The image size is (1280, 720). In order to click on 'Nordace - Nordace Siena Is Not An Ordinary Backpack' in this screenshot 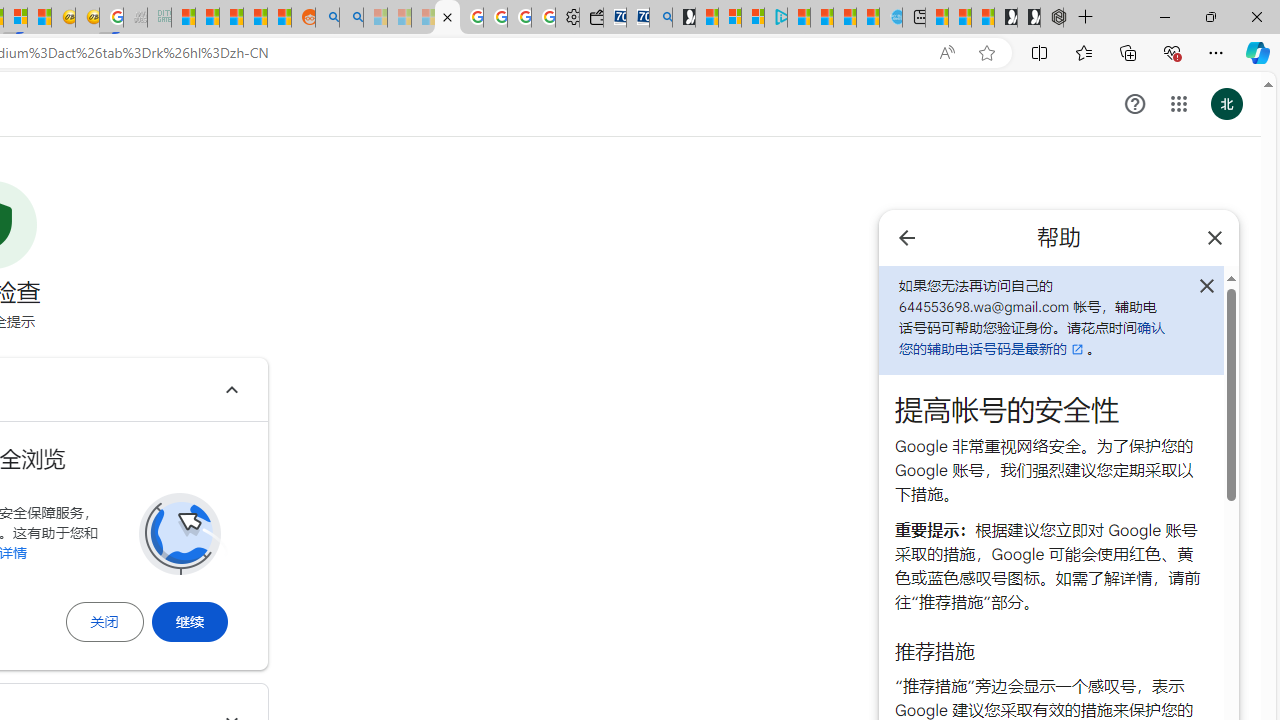, I will do `click(1051, 17)`.